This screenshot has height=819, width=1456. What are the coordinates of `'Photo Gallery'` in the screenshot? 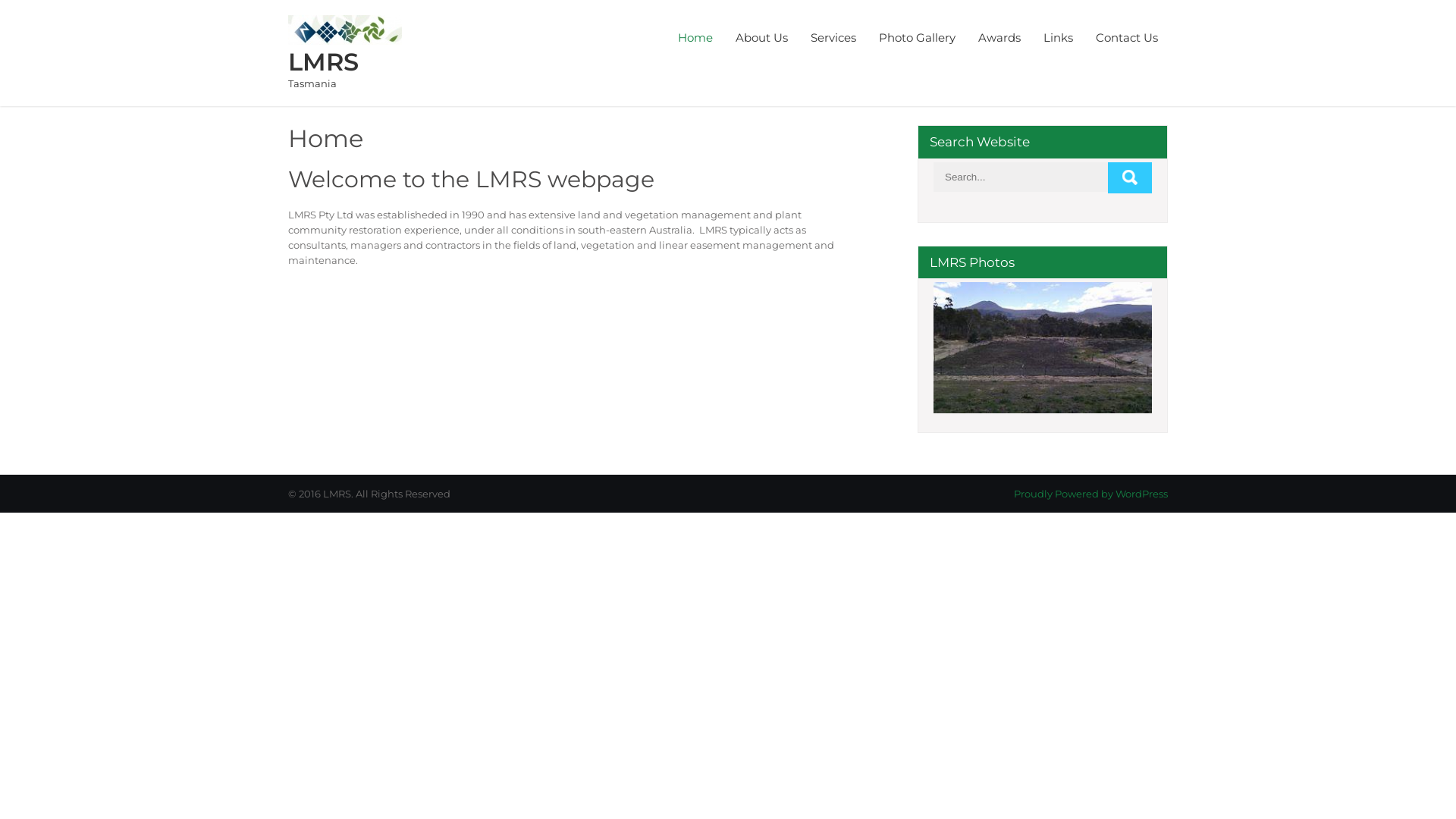 It's located at (916, 37).